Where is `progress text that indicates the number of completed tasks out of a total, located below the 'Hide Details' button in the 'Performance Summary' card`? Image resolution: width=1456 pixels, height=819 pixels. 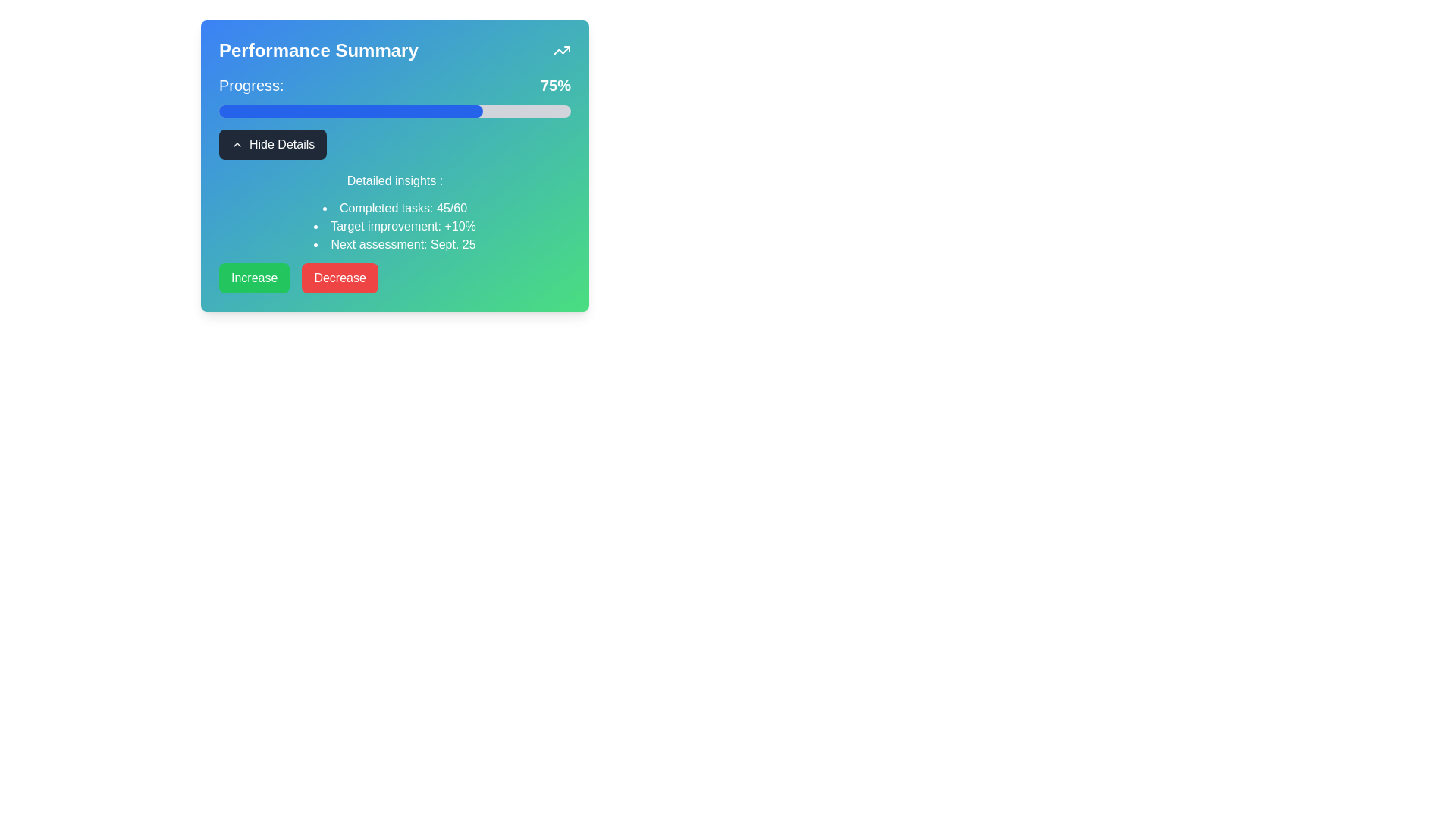 progress text that indicates the number of completed tasks out of a total, located below the 'Hide Details' button in the 'Performance Summary' card is located at coordinates (395, 208).